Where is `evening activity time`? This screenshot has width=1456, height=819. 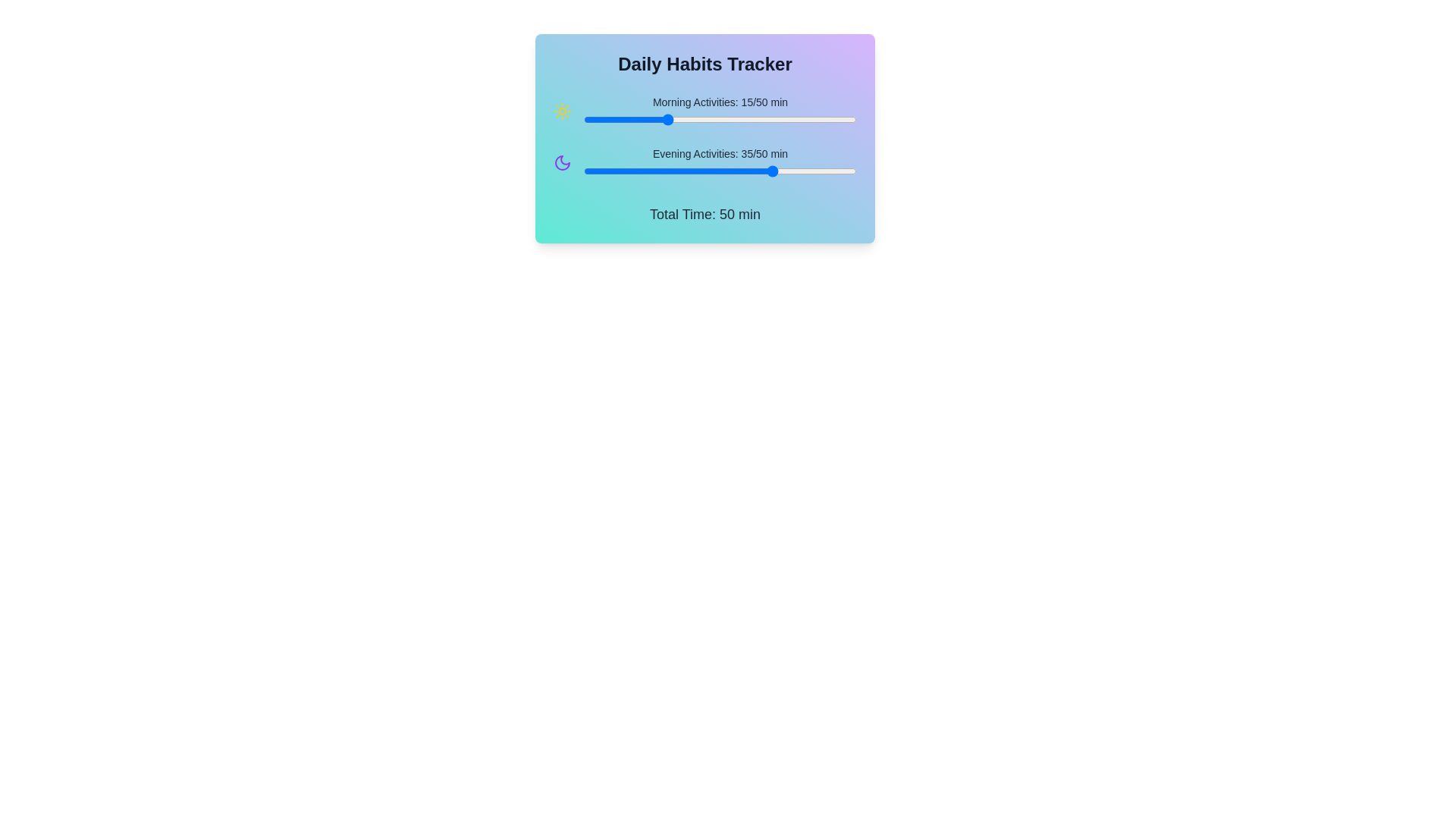
evening activity time is located at coordinates (681, 171).